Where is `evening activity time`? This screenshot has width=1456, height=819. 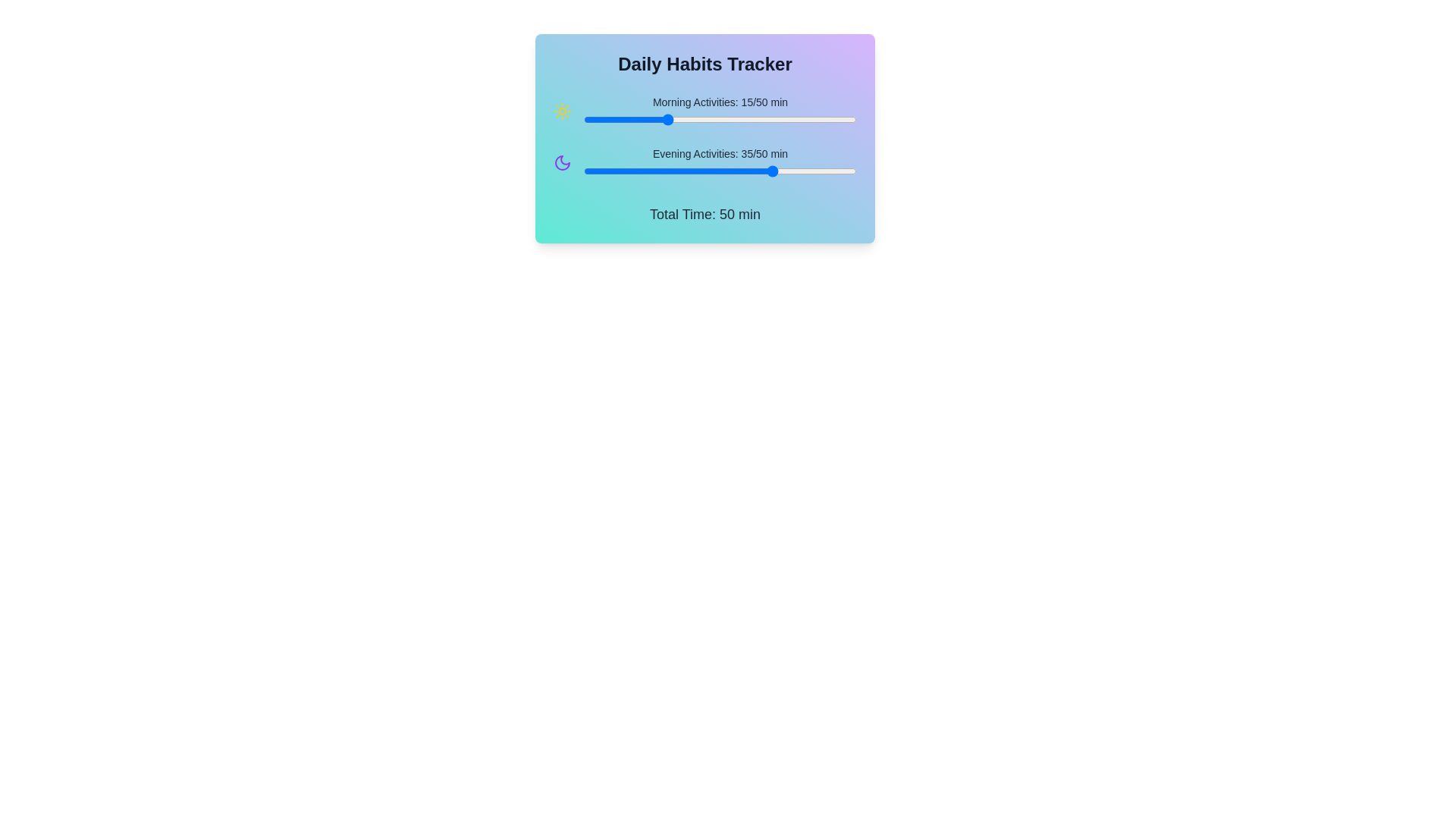
evening activity time is located at coordinates (681, 171).